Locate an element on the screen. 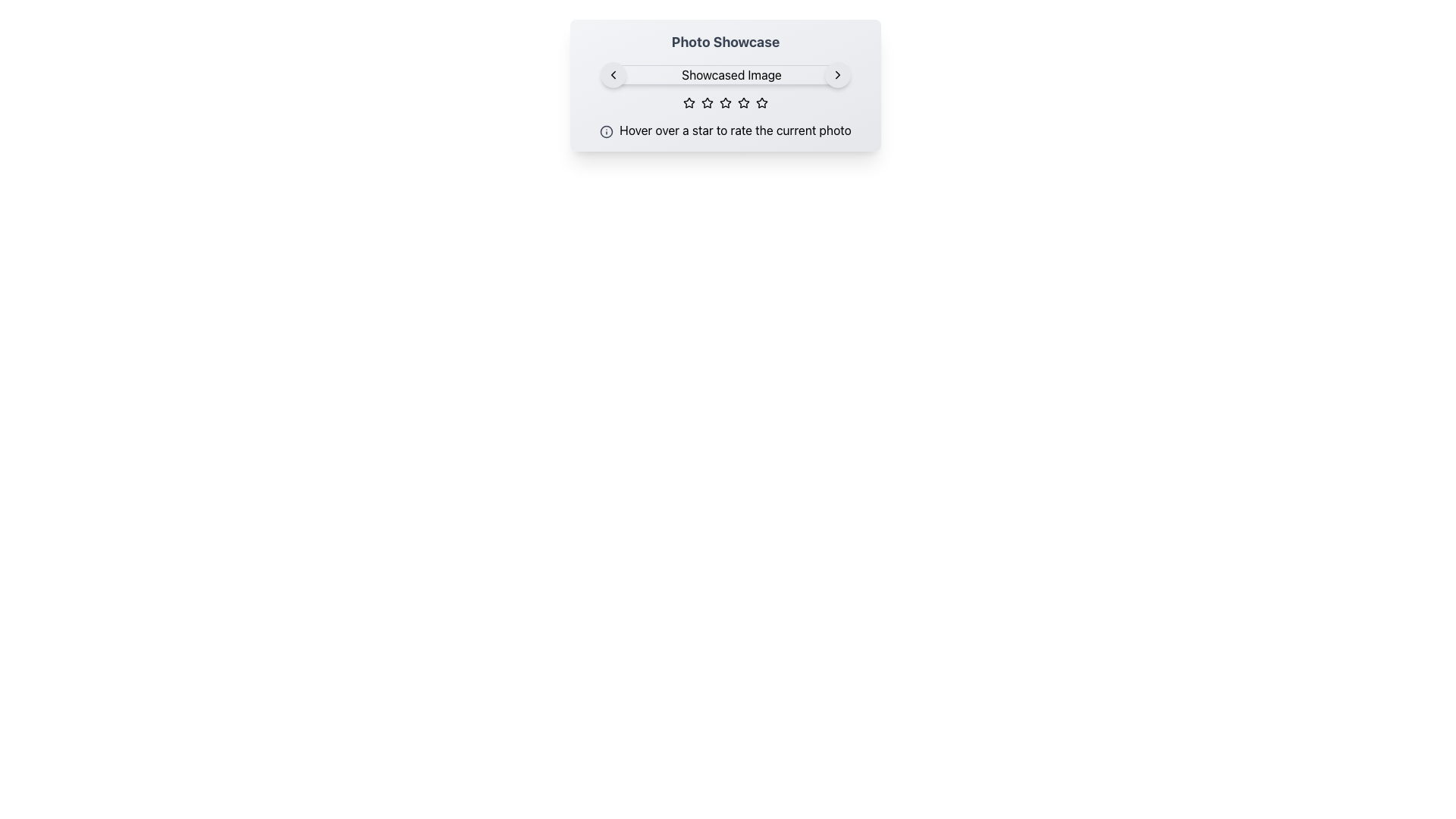 The height and width of the screenshot is (819, 1456). the third star-shaped rating icon in the row of five stars under the text 'Showcased Image' is located at coordinates (724, 102).